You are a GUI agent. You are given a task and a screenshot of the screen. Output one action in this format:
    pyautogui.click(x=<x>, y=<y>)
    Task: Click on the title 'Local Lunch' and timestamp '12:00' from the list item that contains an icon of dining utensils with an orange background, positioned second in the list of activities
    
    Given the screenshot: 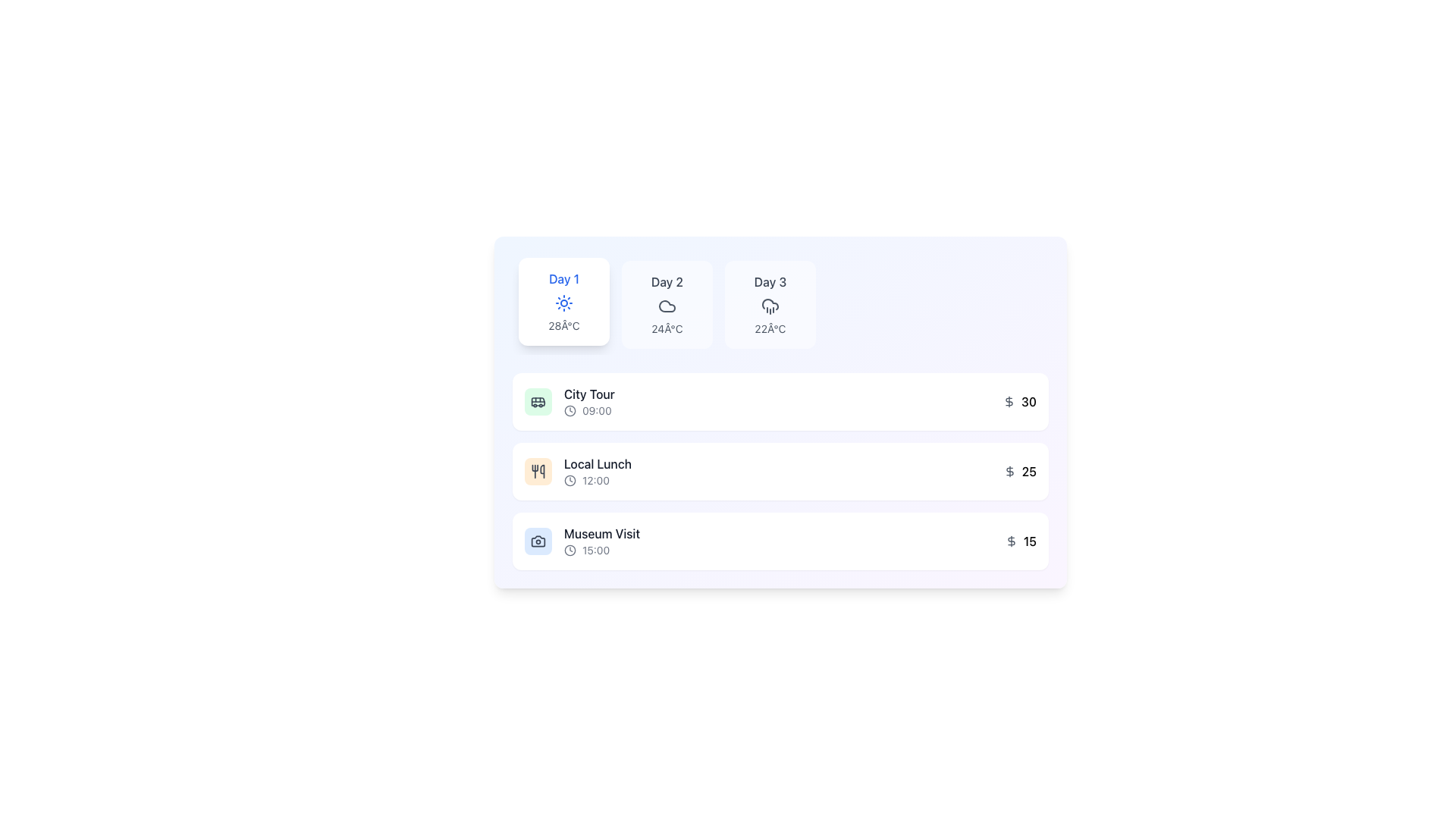 What is the action you would take?
    pyautogui.click(x=577, y=470)
    